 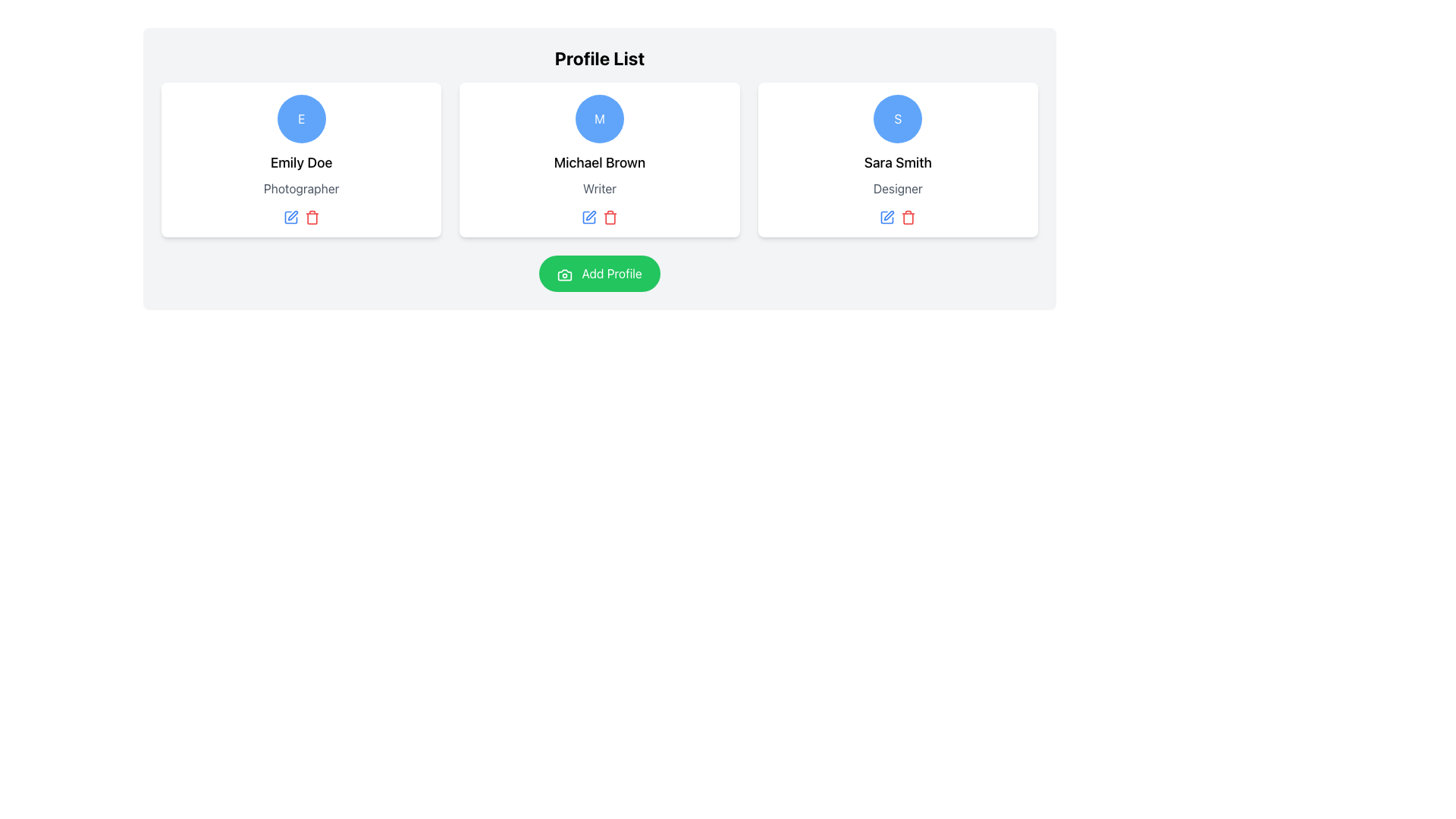 What do you see at coordinates (293, 215) in the screenshot?
I see `the edit icon button located at the bottom left of the profile card for 'Emily Doe'` at bounding box center [293, 215].